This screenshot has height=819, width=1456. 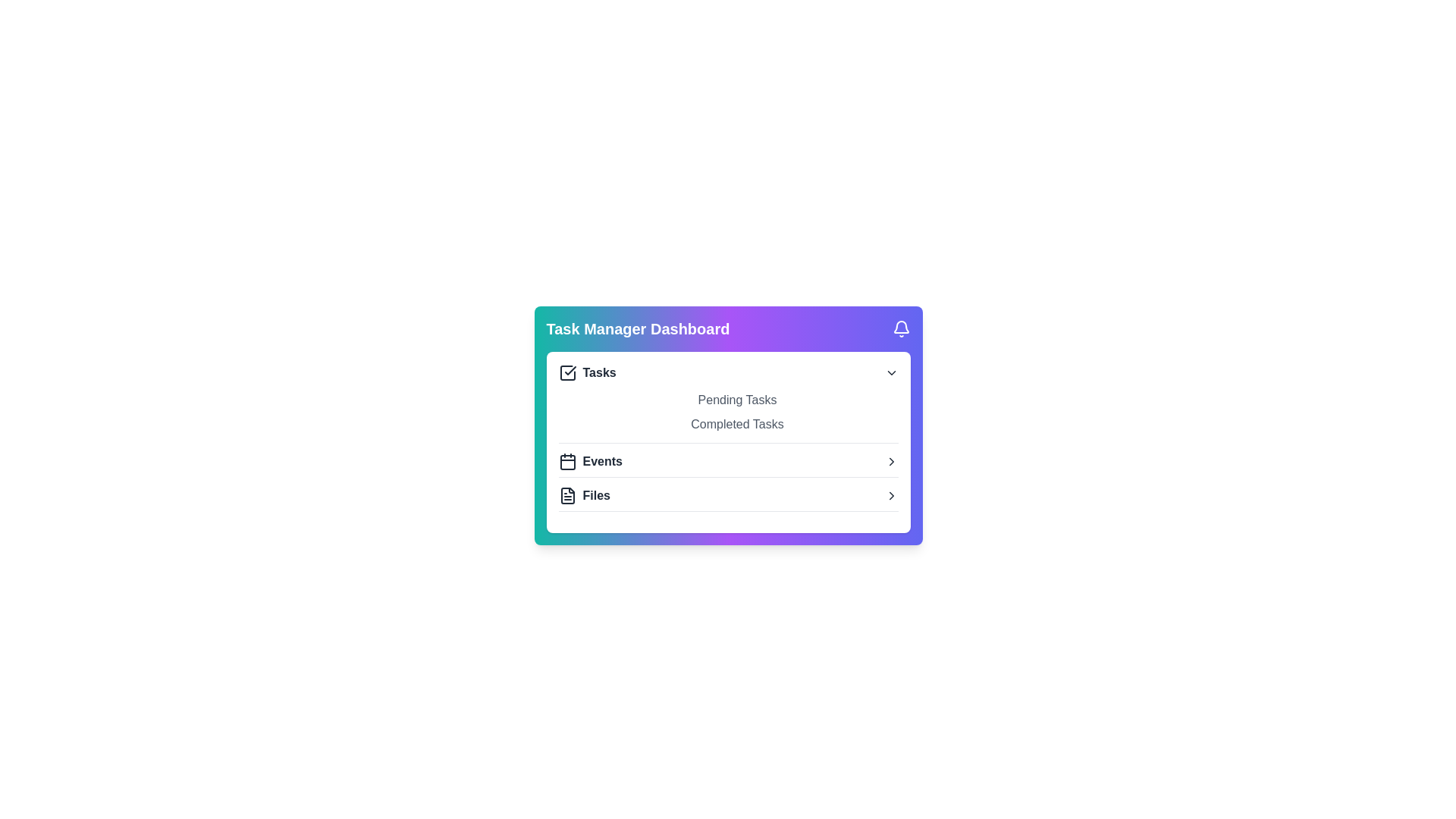 What do you see at coordinates (728, 425) in the screenshot?
I see `the 'Completed Tasks' link located inside the Task Manager Dashboard panel` at bounding box center [728, 425].